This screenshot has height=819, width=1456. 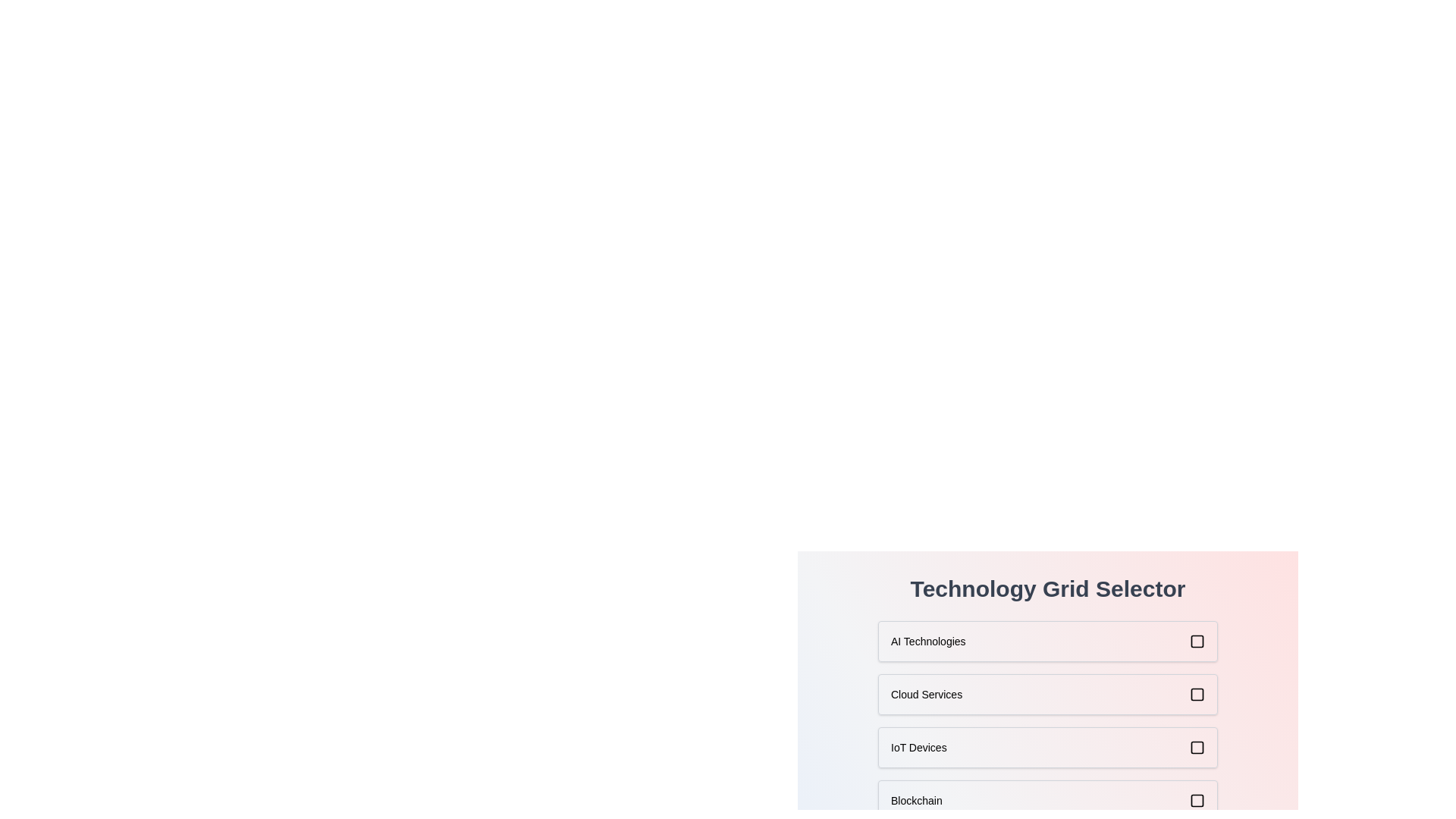 I want to click on the item labeled IoT Devices in the grid to select it, so click(x=1047, y=747).